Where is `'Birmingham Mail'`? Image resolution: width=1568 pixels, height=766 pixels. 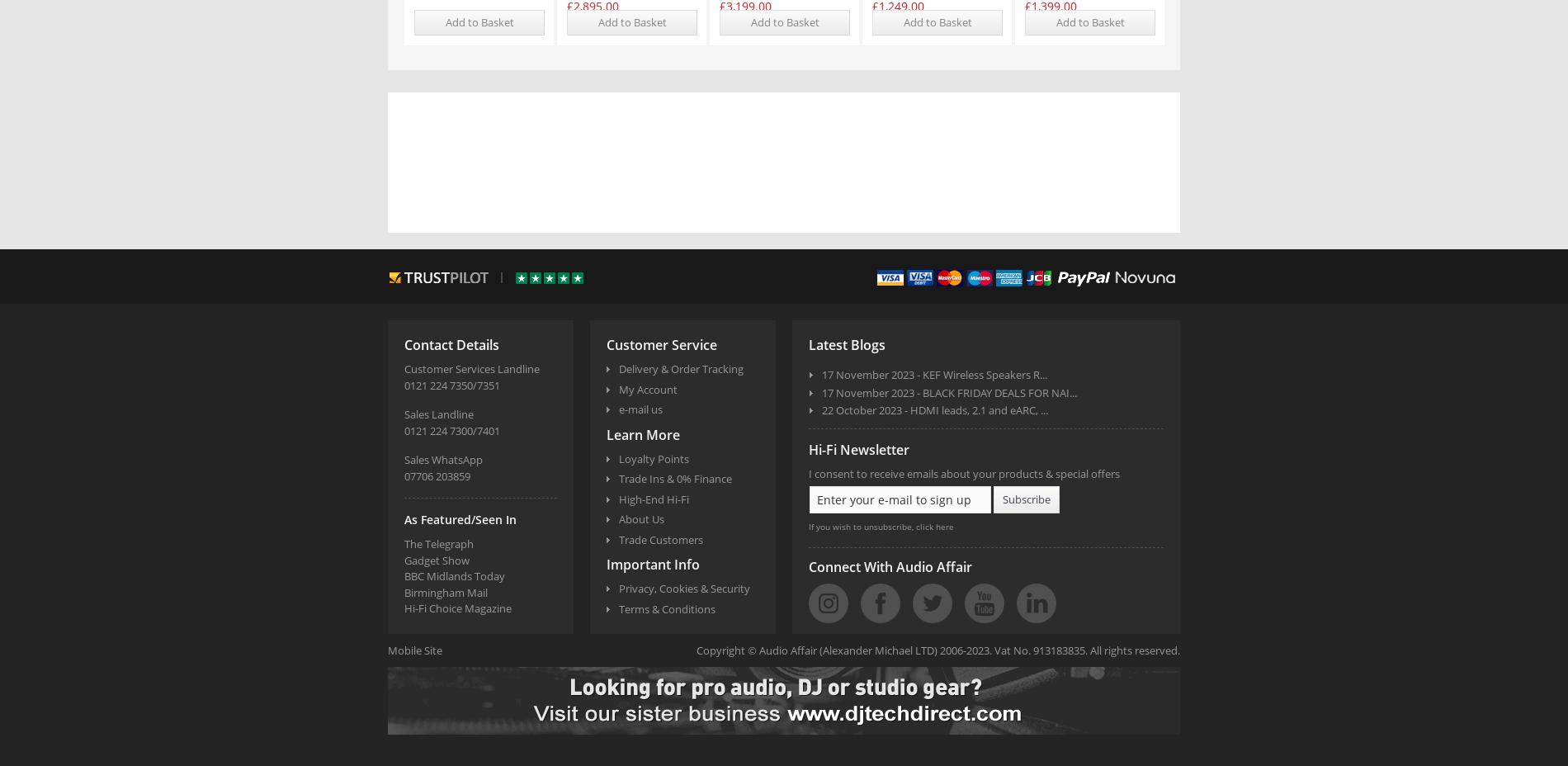
'Birmingham Mail' is located at coordinates (404, 590).